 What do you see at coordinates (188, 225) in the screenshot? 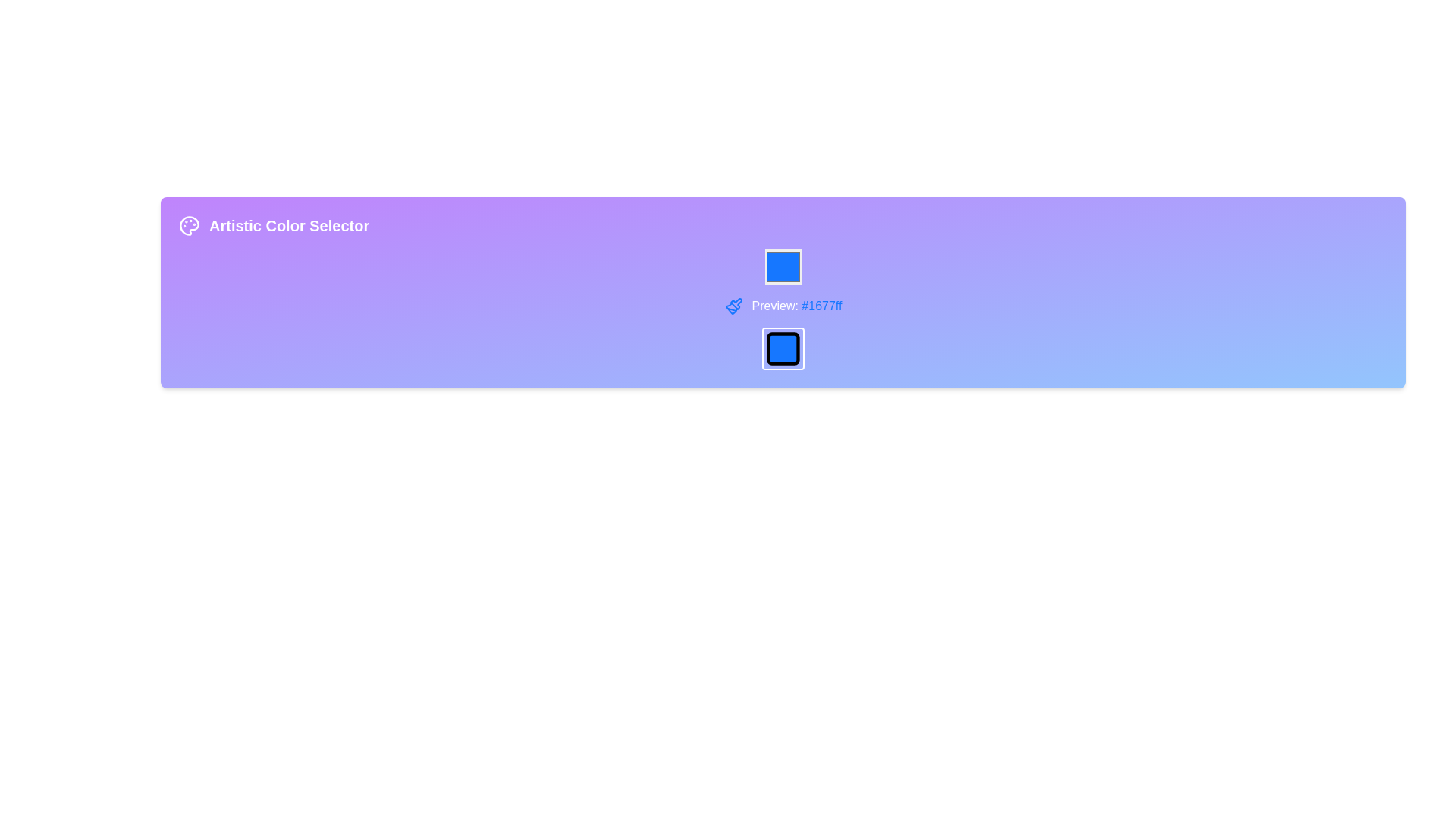
I see `the circular palette icon with a purple background located in the top-left segment of the interface, adjacent to 'Artistic Color Selector'` at bounding box center [188, 225].